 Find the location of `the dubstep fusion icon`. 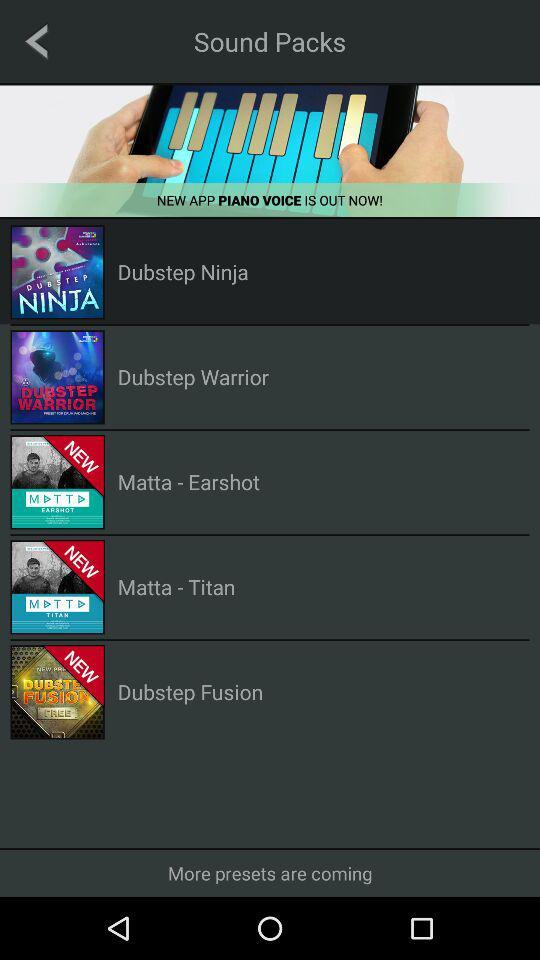

the dubstep fusion icon is located at coordinates (190, 691).